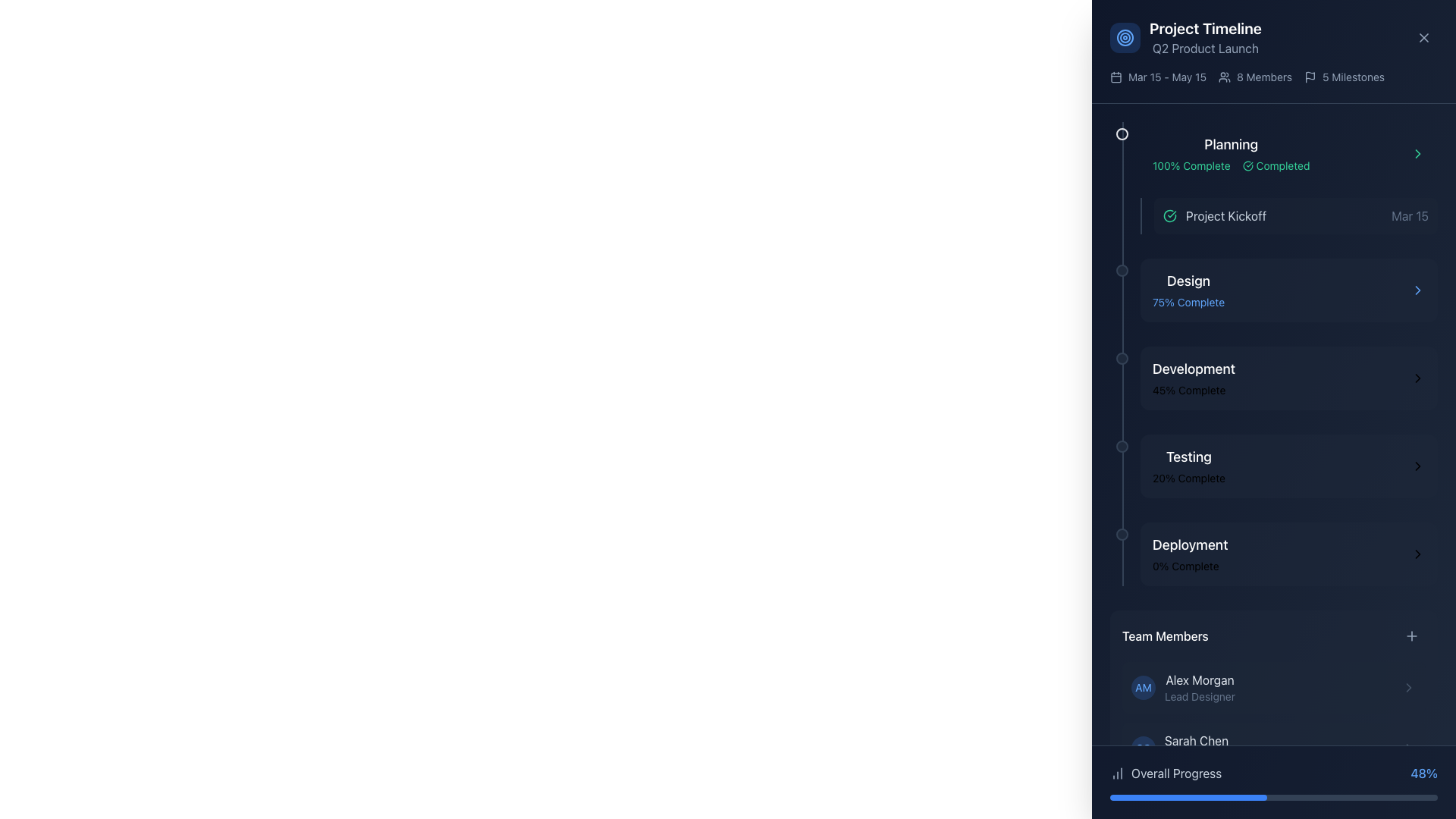  I want to click on contents of the text label that identifies a specific milestone or task in the project timeline interface, located above the '75% Complete' text element, so click(1188, 281).